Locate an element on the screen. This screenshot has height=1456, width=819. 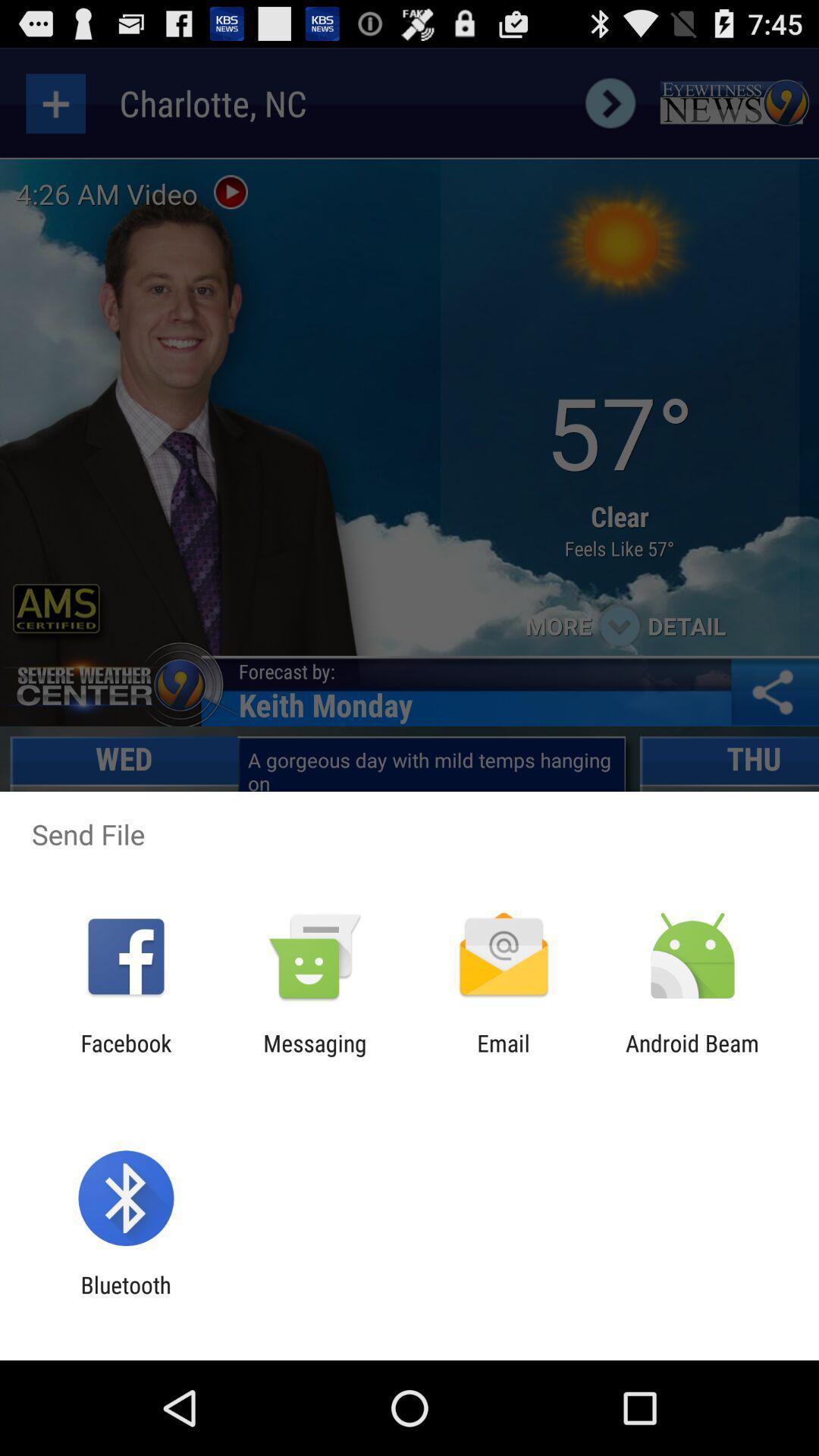
app to the left of the android beam icon is located at coordinates (504, 1056).